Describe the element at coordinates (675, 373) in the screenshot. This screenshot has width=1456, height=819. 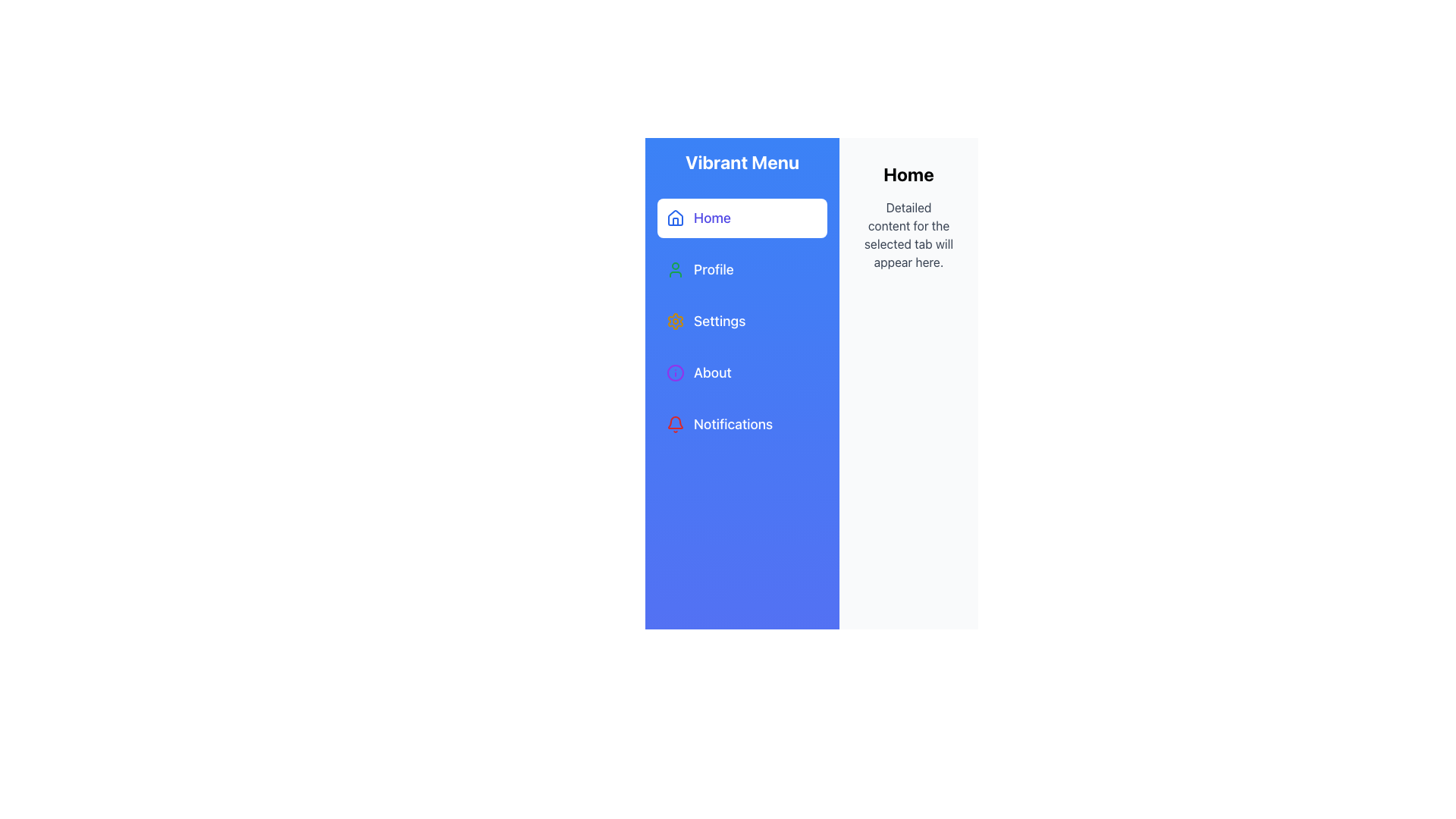
I see `the 'About' menu icon` at that location.